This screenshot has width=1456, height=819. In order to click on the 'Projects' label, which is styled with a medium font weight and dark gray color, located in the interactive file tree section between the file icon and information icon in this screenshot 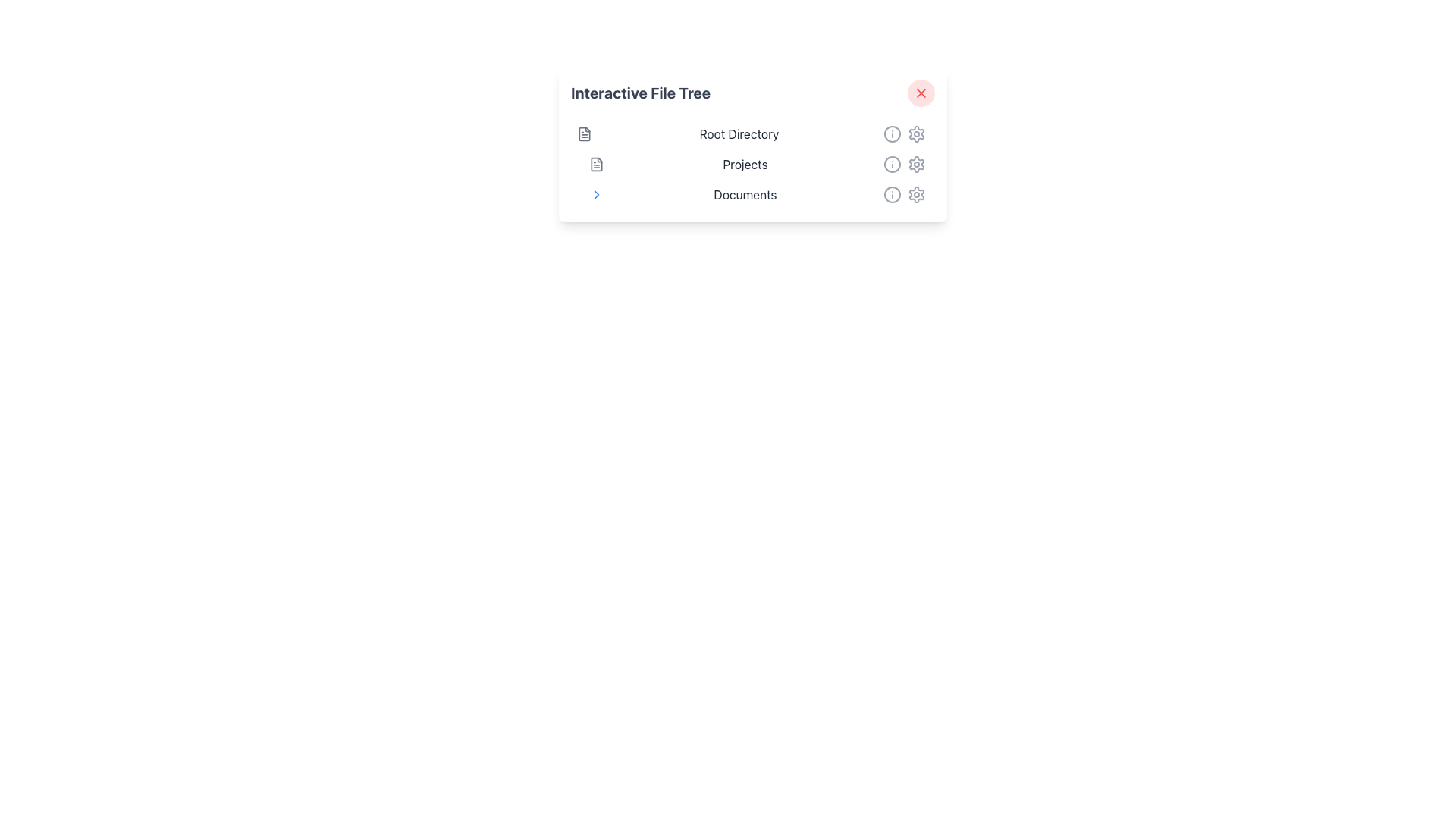, I will do `click(745, 164)`.